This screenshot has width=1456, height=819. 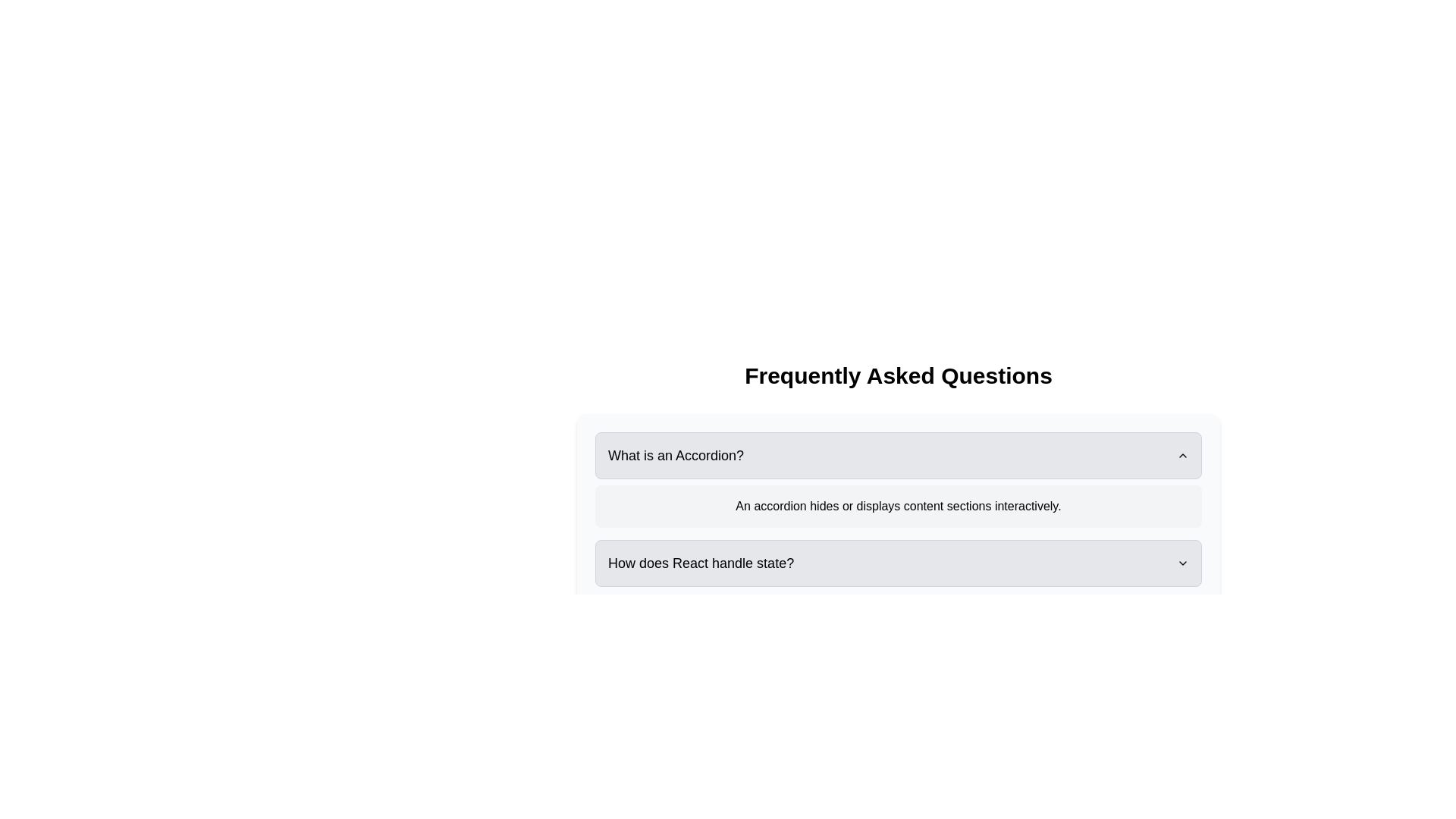 I want to click on the second interactive accordion section titled 'How does React handle state?', so click(x=899, y=544).